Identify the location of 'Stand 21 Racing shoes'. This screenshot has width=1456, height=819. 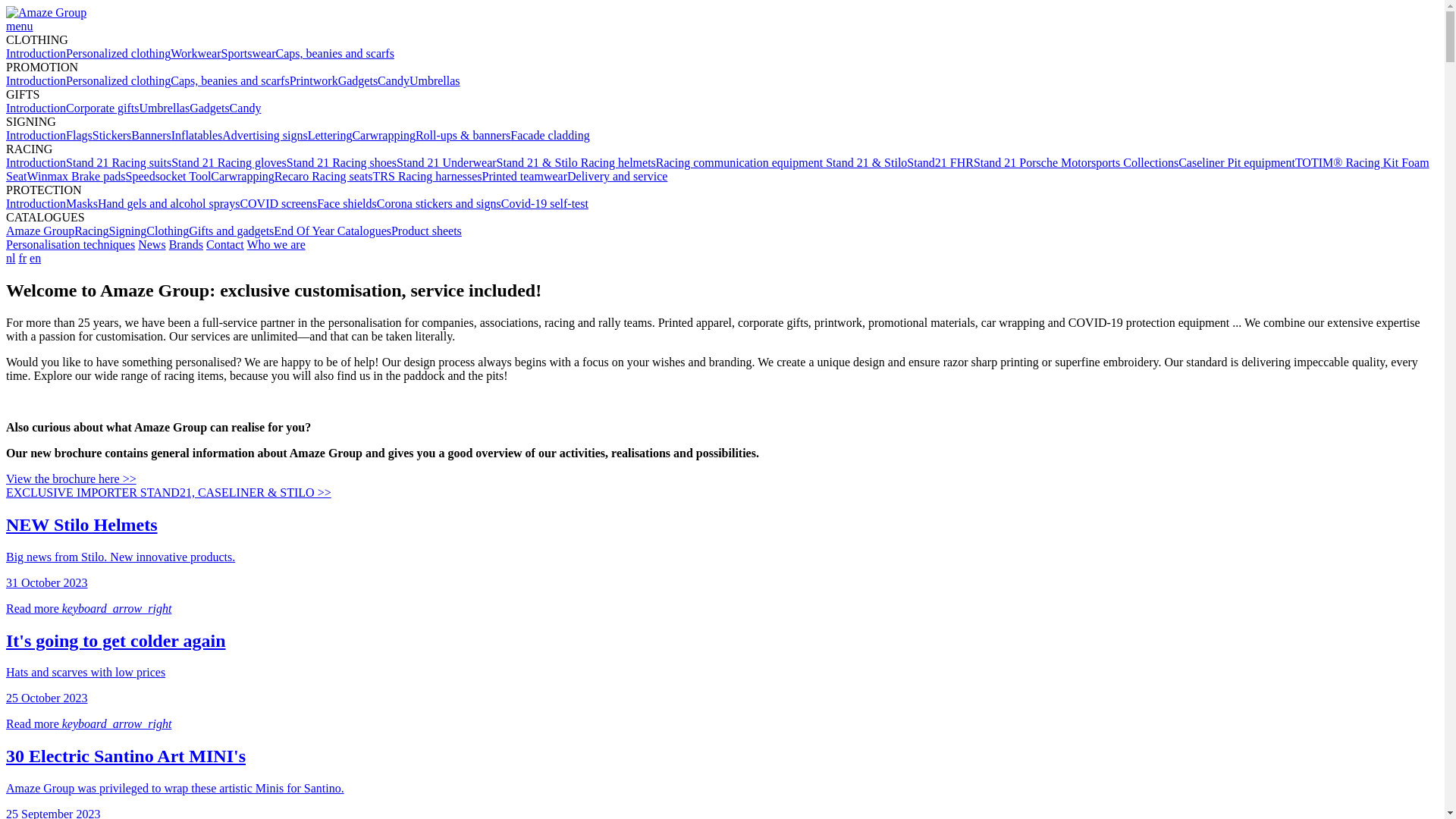
(287, 162).